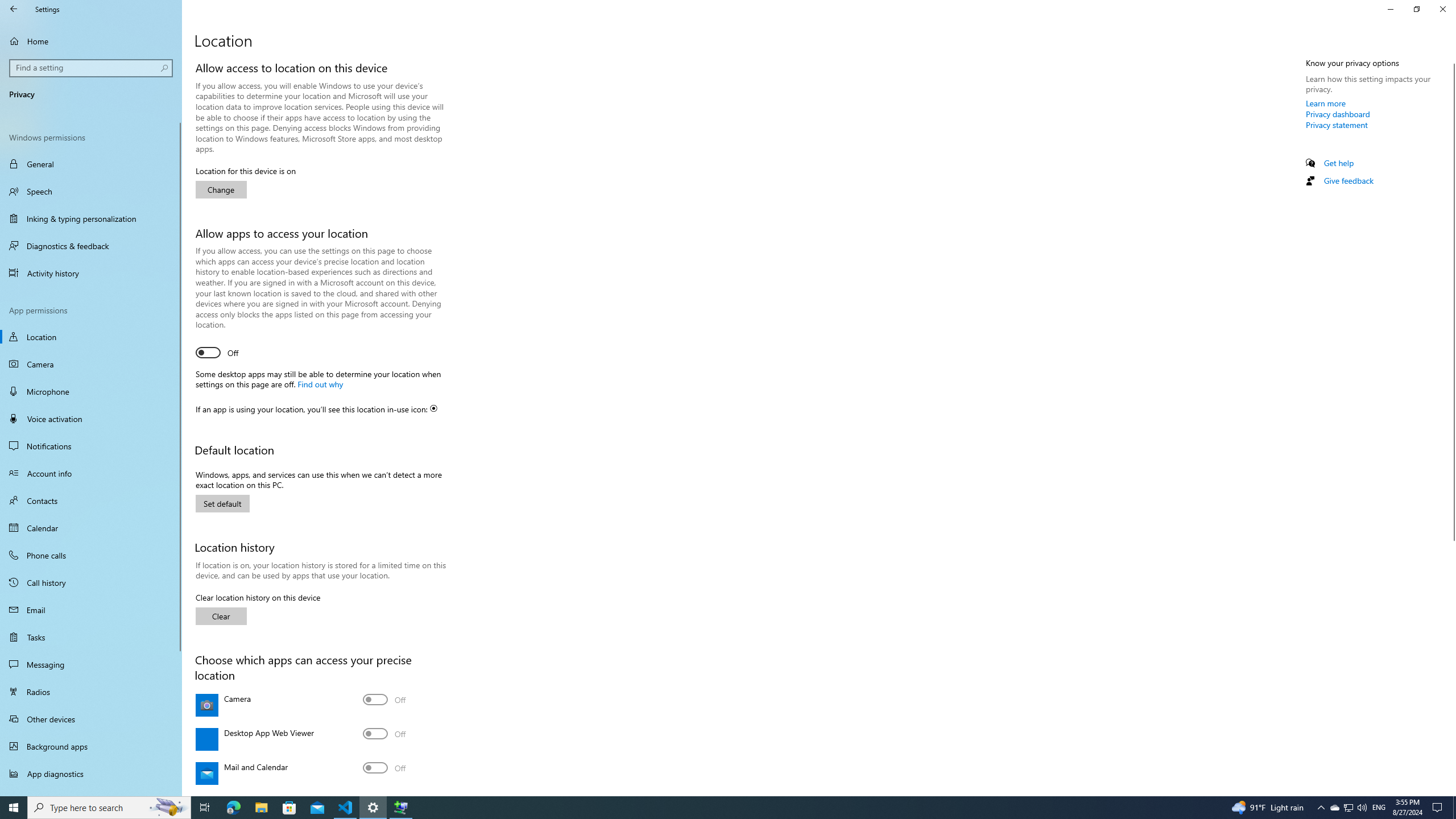  Describe the element at coordinates (90, 773) in the screenshot. I see `'App diagnostics'` at that location.